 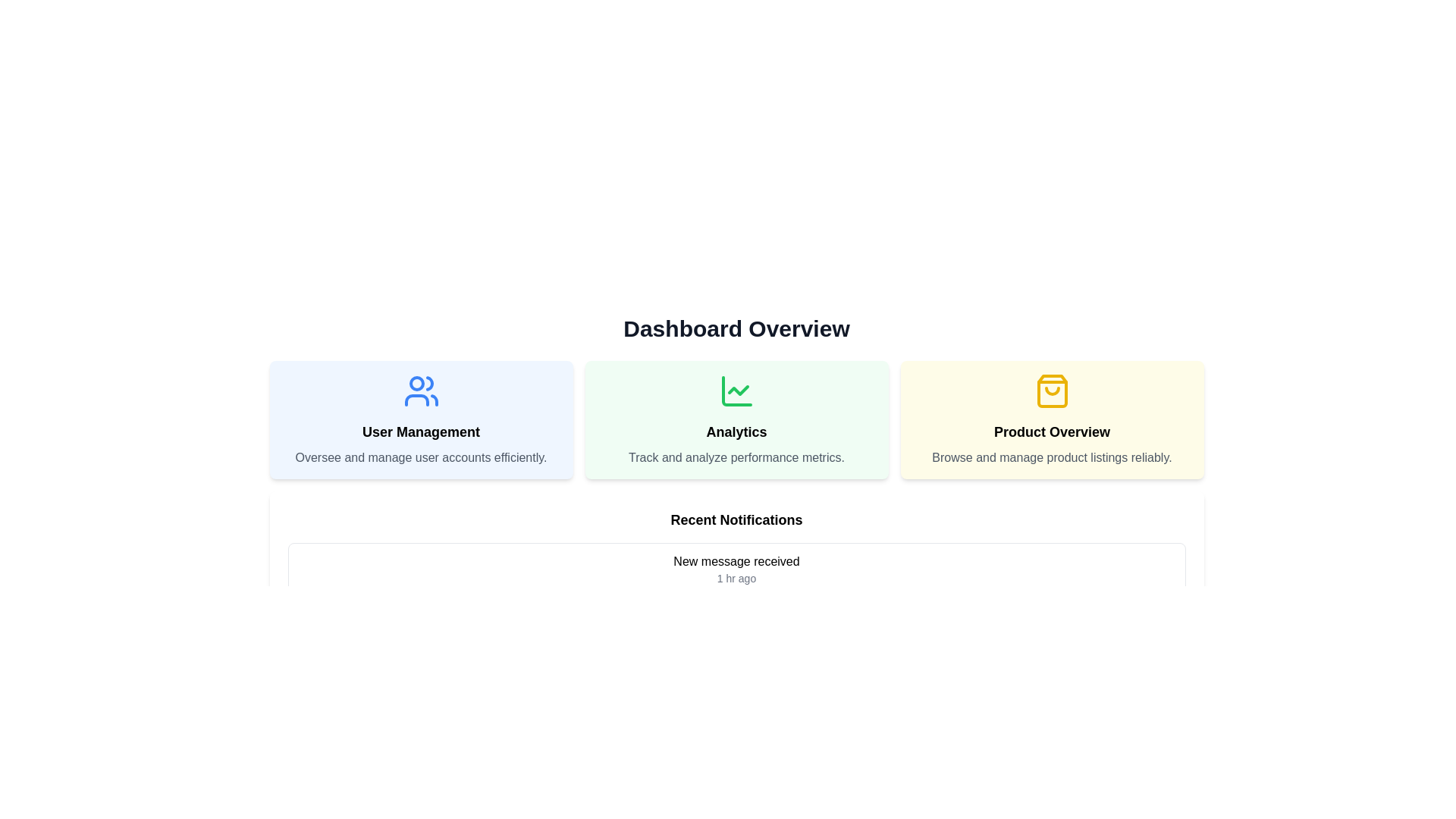 I want to click on the 'Recent Notifications' text label, which is a bold and larger font heading located at the top of the notifications panel, so click(x=736, y=519).